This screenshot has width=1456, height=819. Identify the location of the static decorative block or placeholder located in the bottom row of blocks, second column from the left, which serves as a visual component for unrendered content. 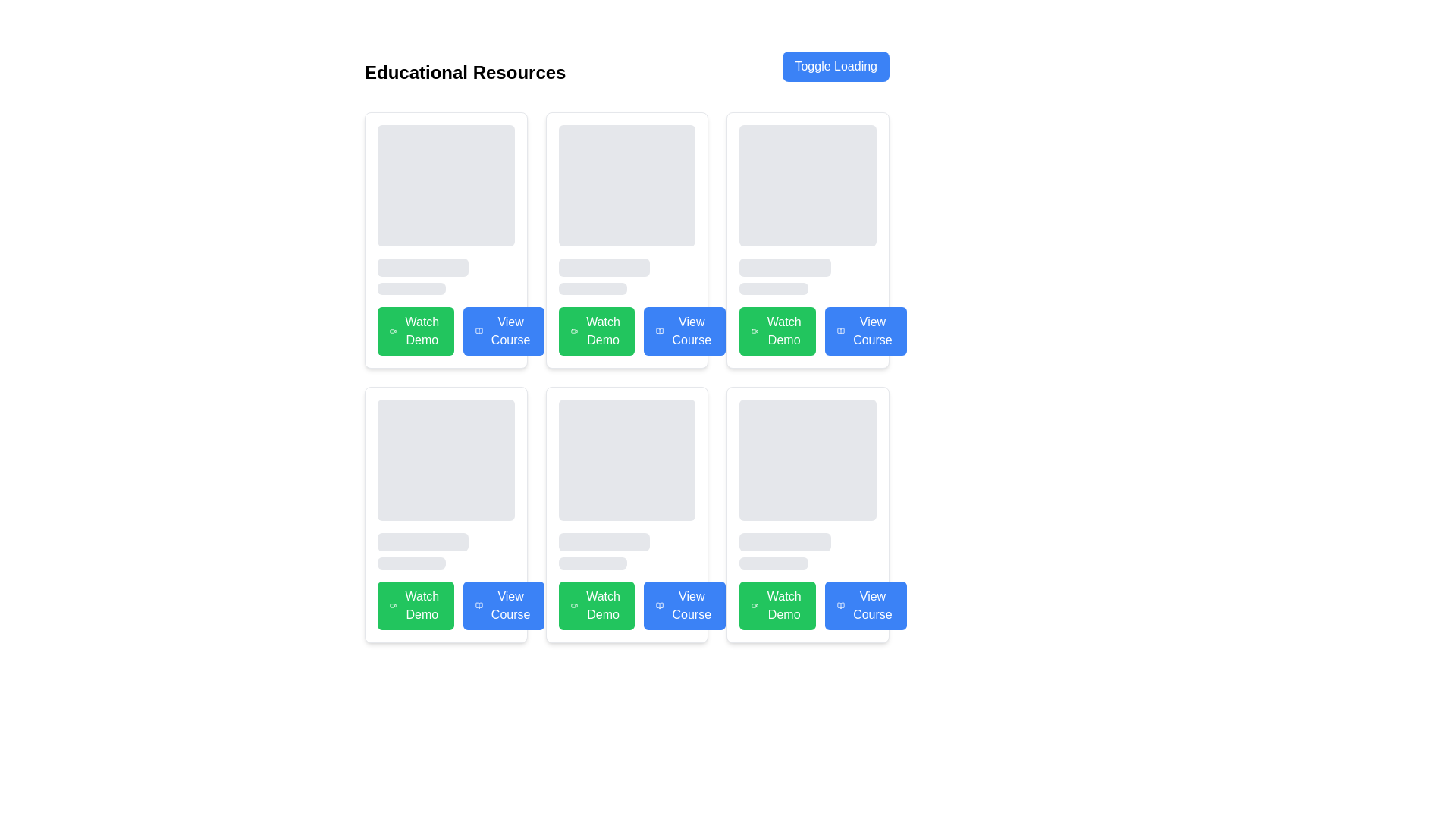
(445, 459).